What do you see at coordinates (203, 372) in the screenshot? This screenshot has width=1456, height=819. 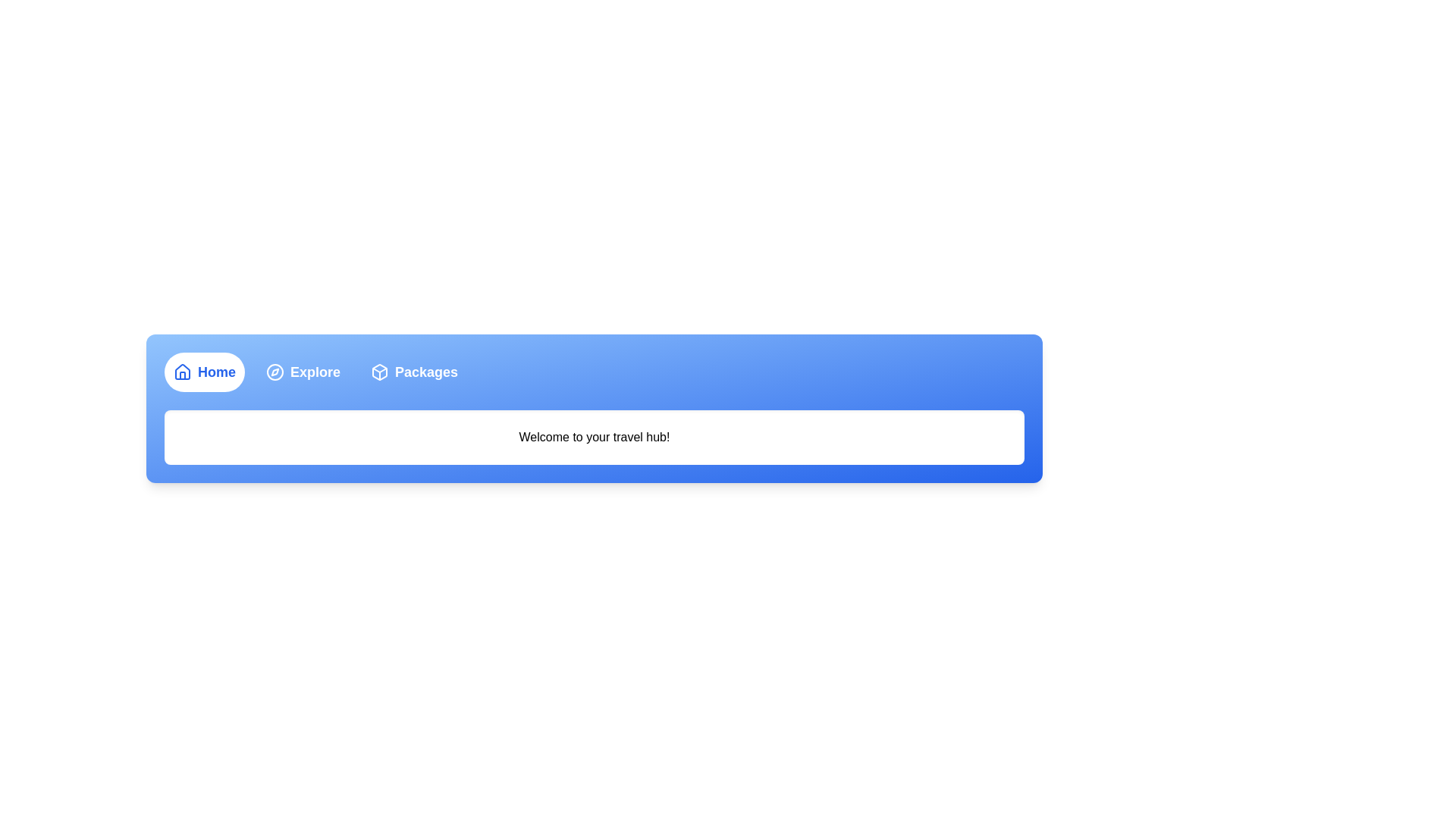 I see `the Home tab by clicking its respective button` at bounding box center [203, 372].